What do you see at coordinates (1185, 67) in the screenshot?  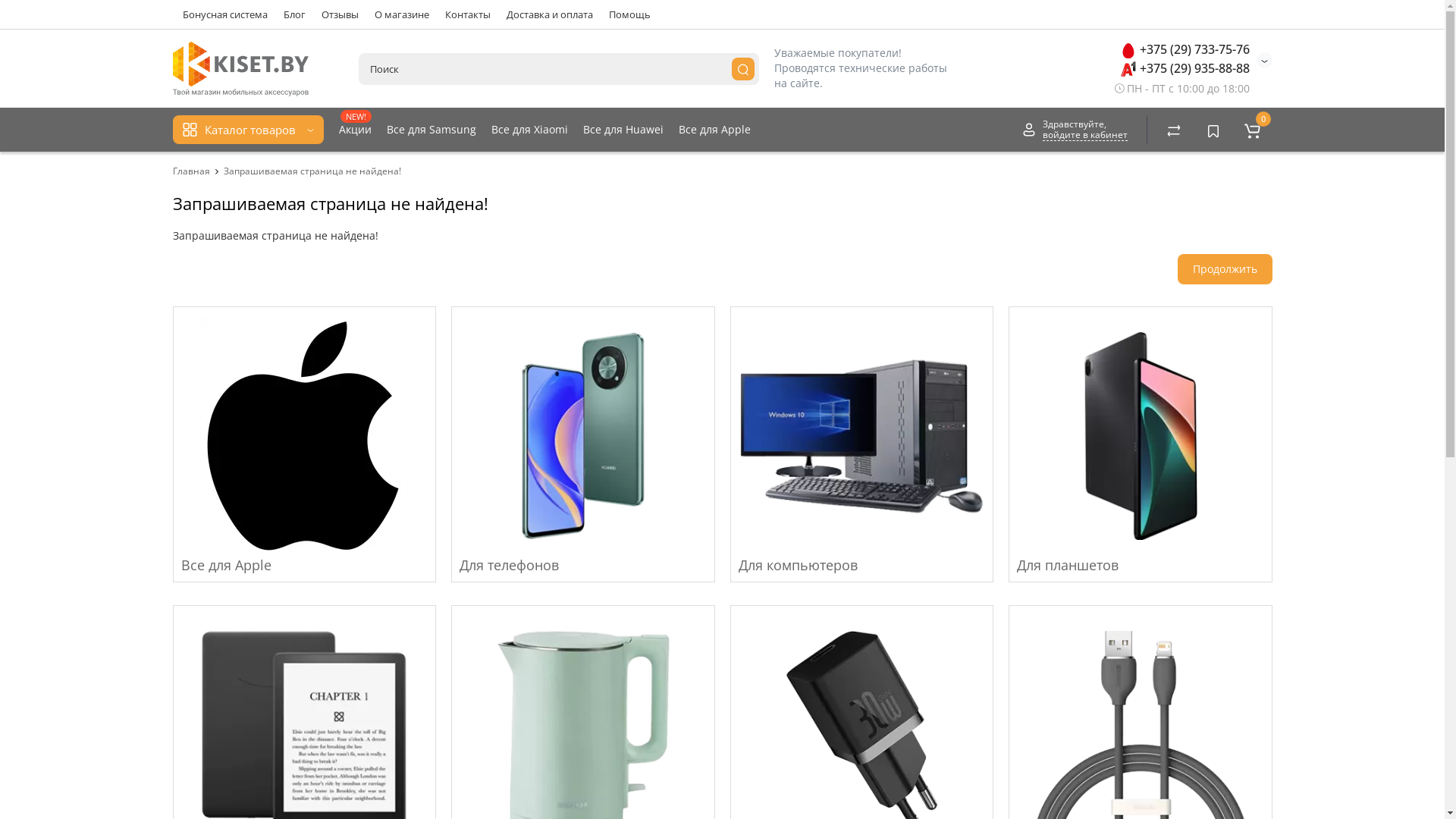 I see `'+375 (29) 935-88-88'` at bounding box center [1185, 67].